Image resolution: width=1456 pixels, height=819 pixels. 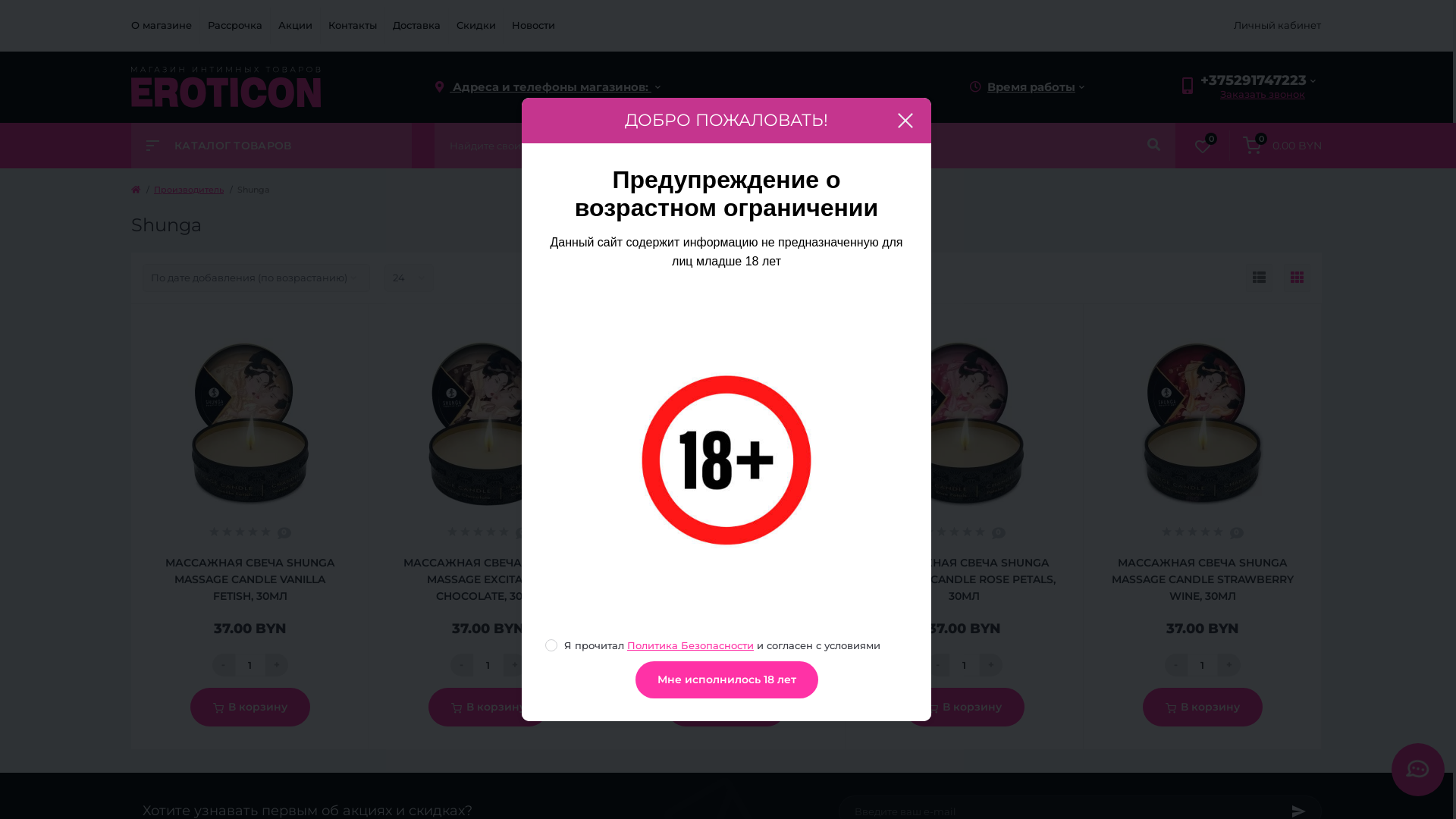 I want to click on '+', so click(x=514, y=664).